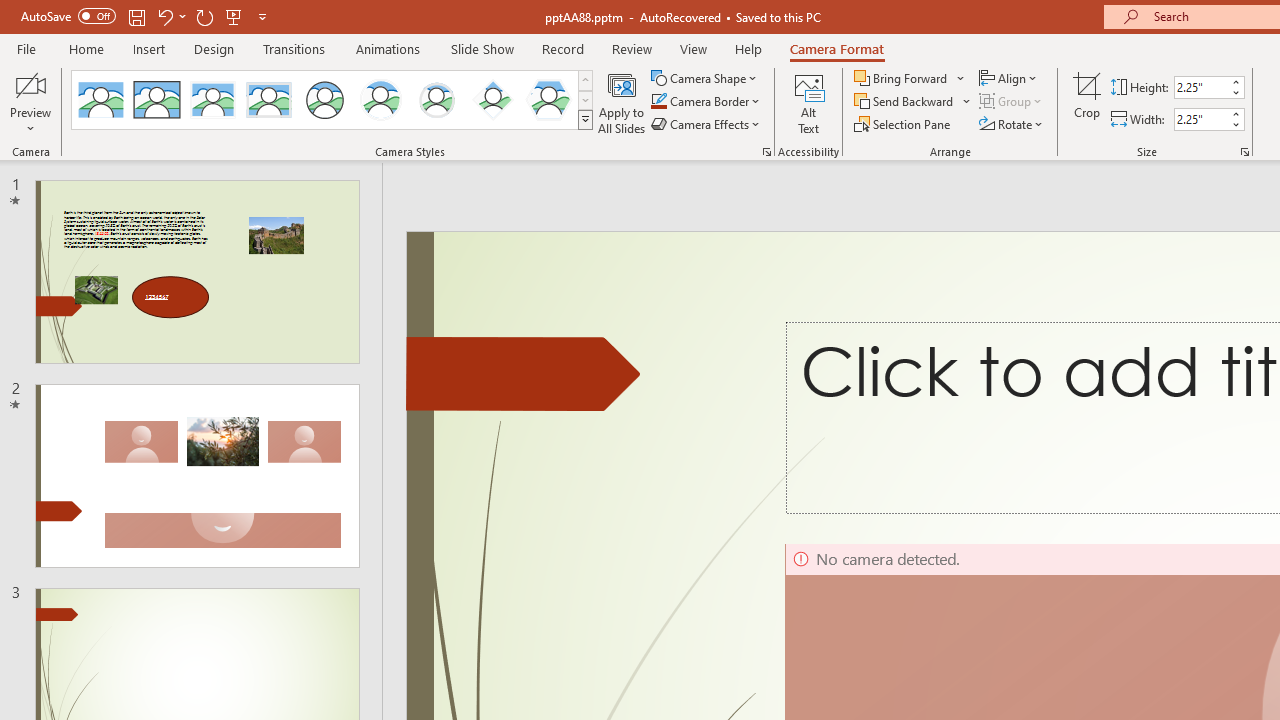 Image resolution: width=1280 pixels, height=720 pixels. What do you see at coordinates (837, 48) in the screenshot?
I see `'Camera Format'` at bounding box center [837, 48].